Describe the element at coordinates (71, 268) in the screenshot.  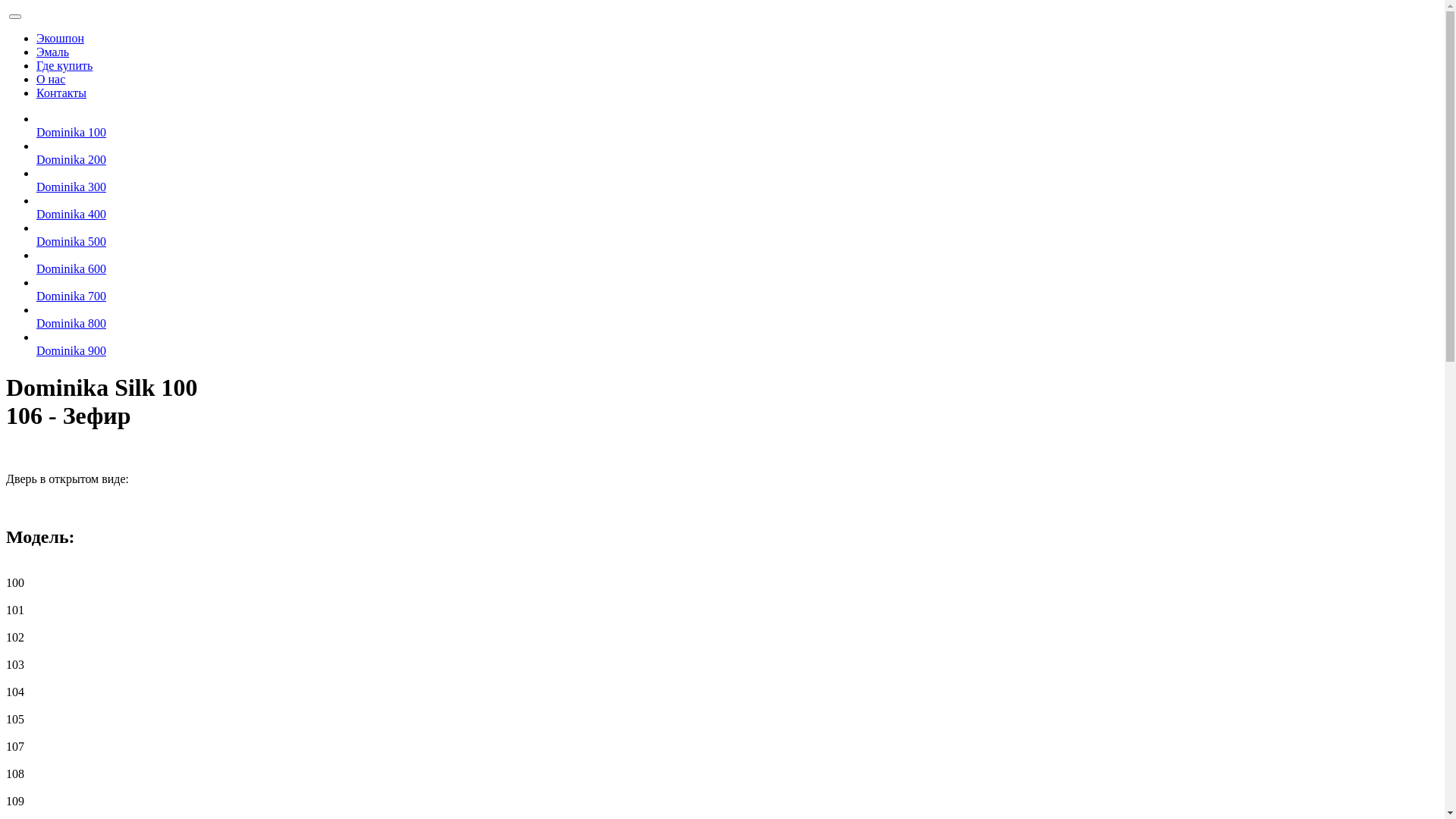
I see `'Dominika 600'` at that location.